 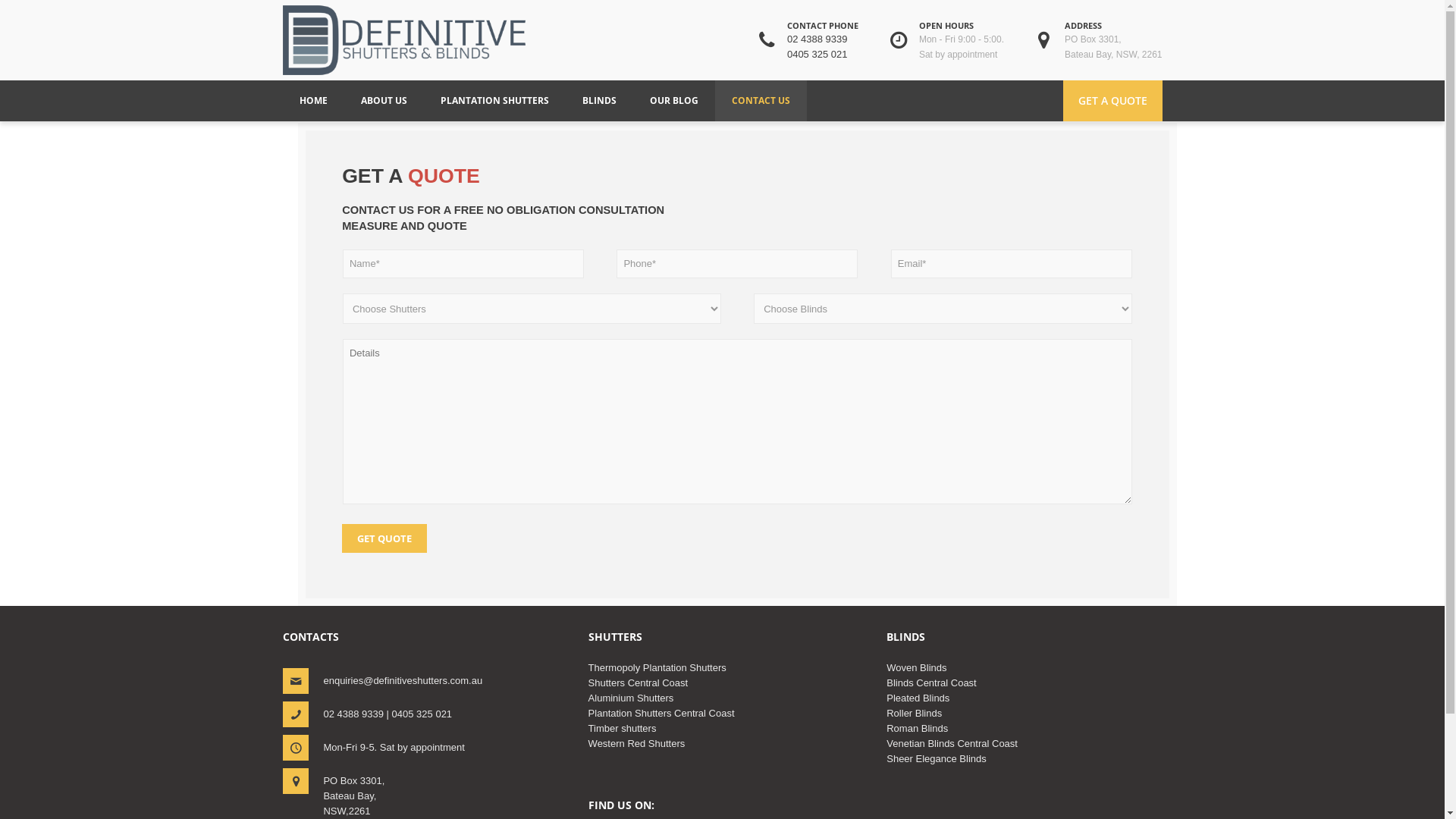 I want to click on 'Pleated Blinds', so click(x=917, y=698).